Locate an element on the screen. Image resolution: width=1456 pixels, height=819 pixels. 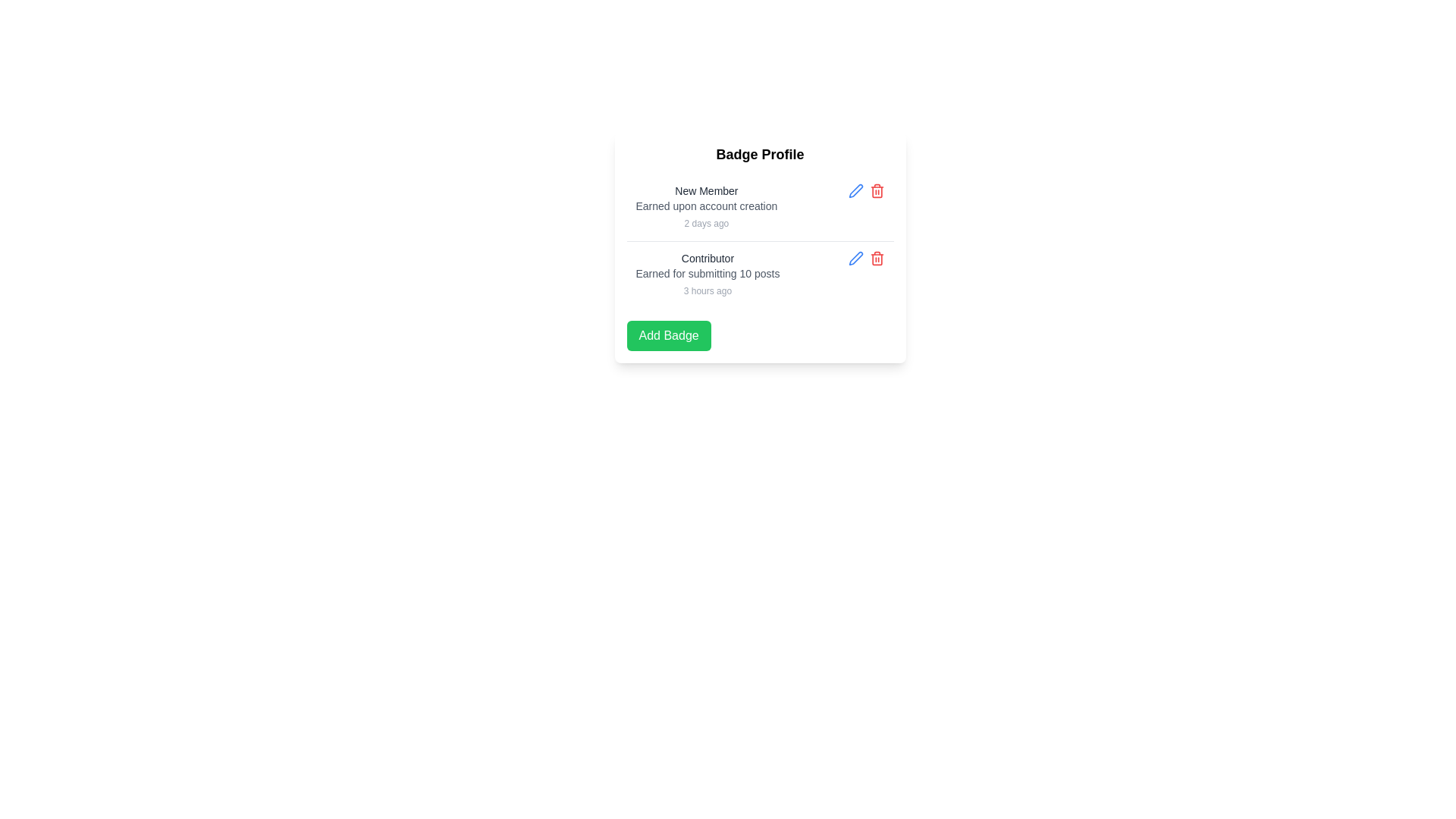
the delete icon button located next to the blue edit icon in the 'Badge Profile' section is located at coordinates (877, 257).